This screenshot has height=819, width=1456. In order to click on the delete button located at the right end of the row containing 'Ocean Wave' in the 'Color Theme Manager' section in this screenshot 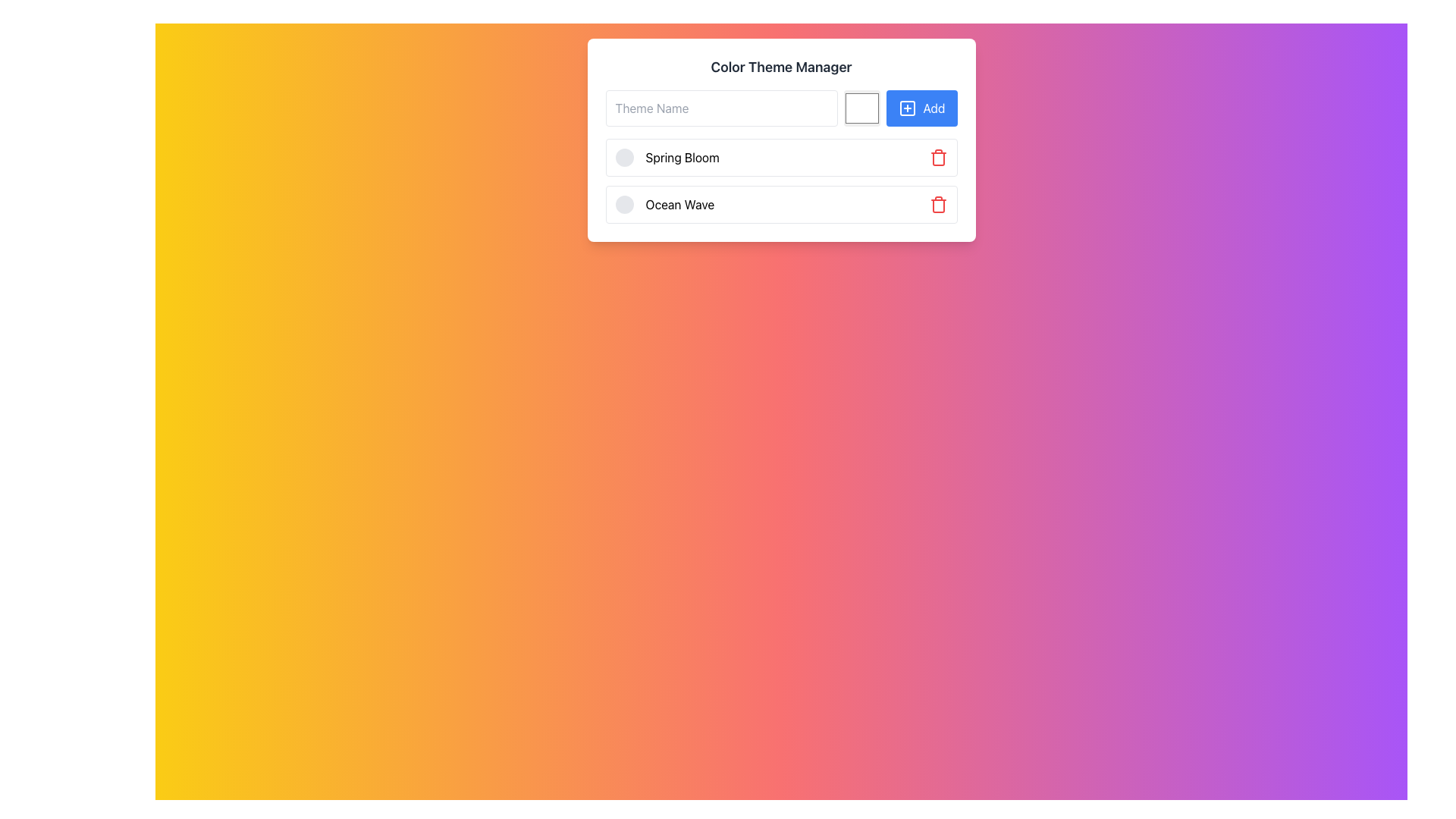, I will do `click(937, 205)`.